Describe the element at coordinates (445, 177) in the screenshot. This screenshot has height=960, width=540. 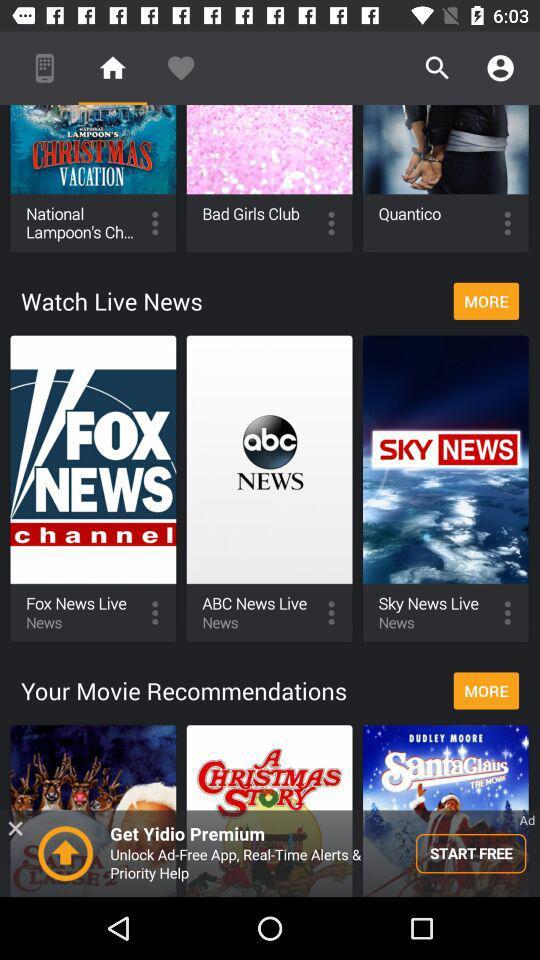
I see `the third picture from the top which have text below quantico` at that location.